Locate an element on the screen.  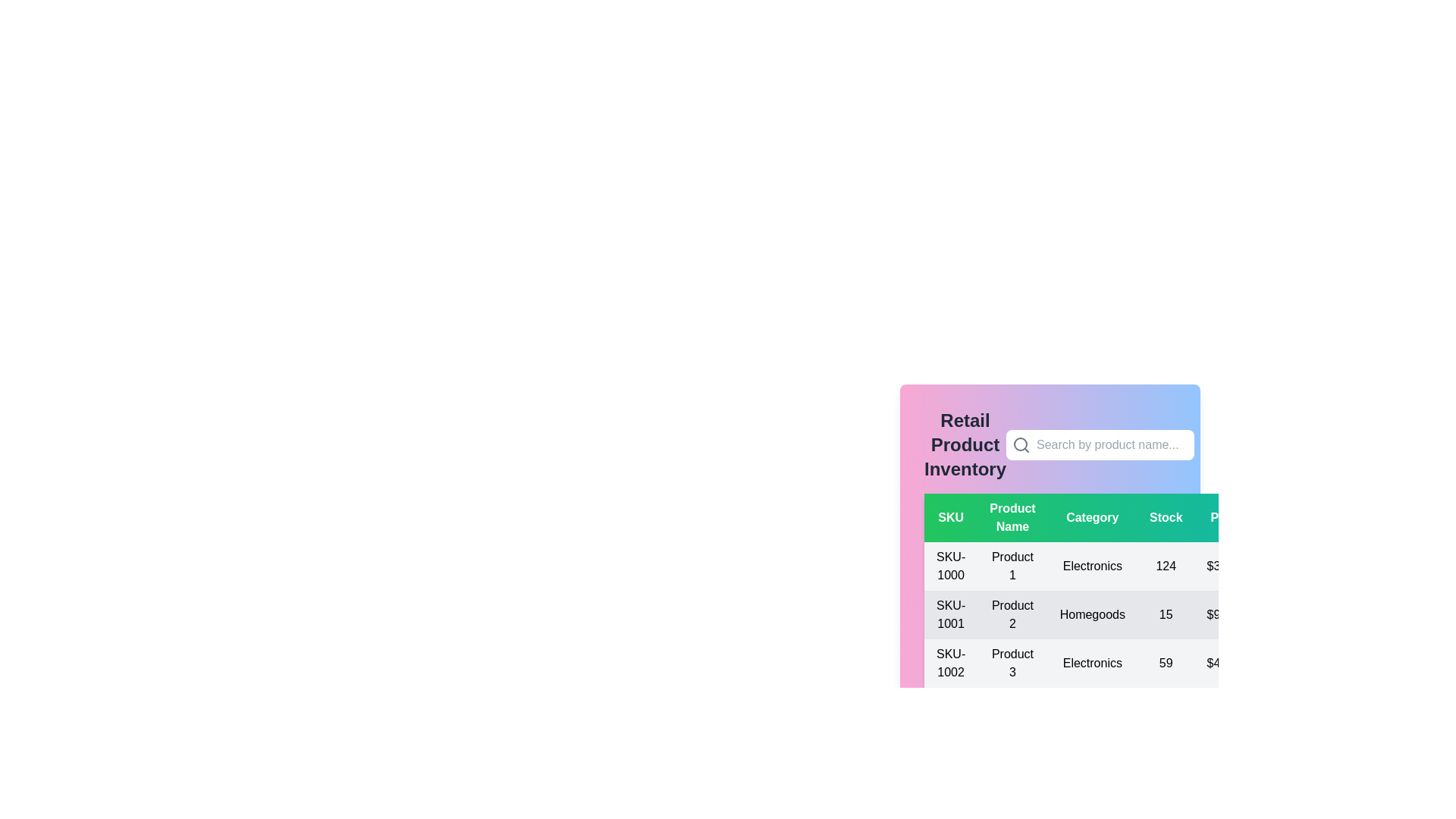
the text in the first cell of the table is located at coordinates (949, 566).